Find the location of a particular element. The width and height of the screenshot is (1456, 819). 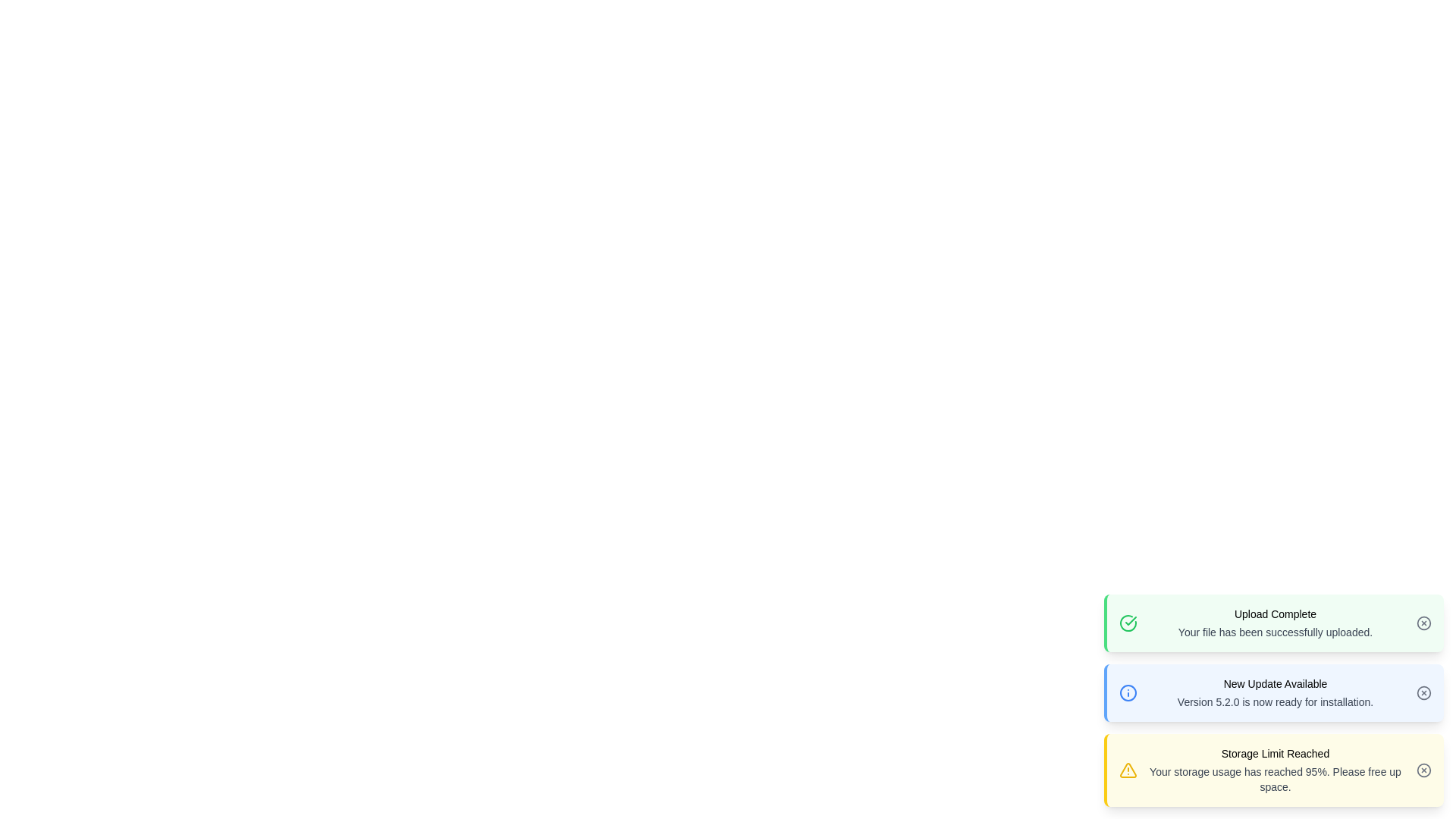

the text area displaying 'Upload Complete' and 'Your file has been successfully uploaded.' in a light green background, located at the top of the notification card is located at coordinates (1274, 623).